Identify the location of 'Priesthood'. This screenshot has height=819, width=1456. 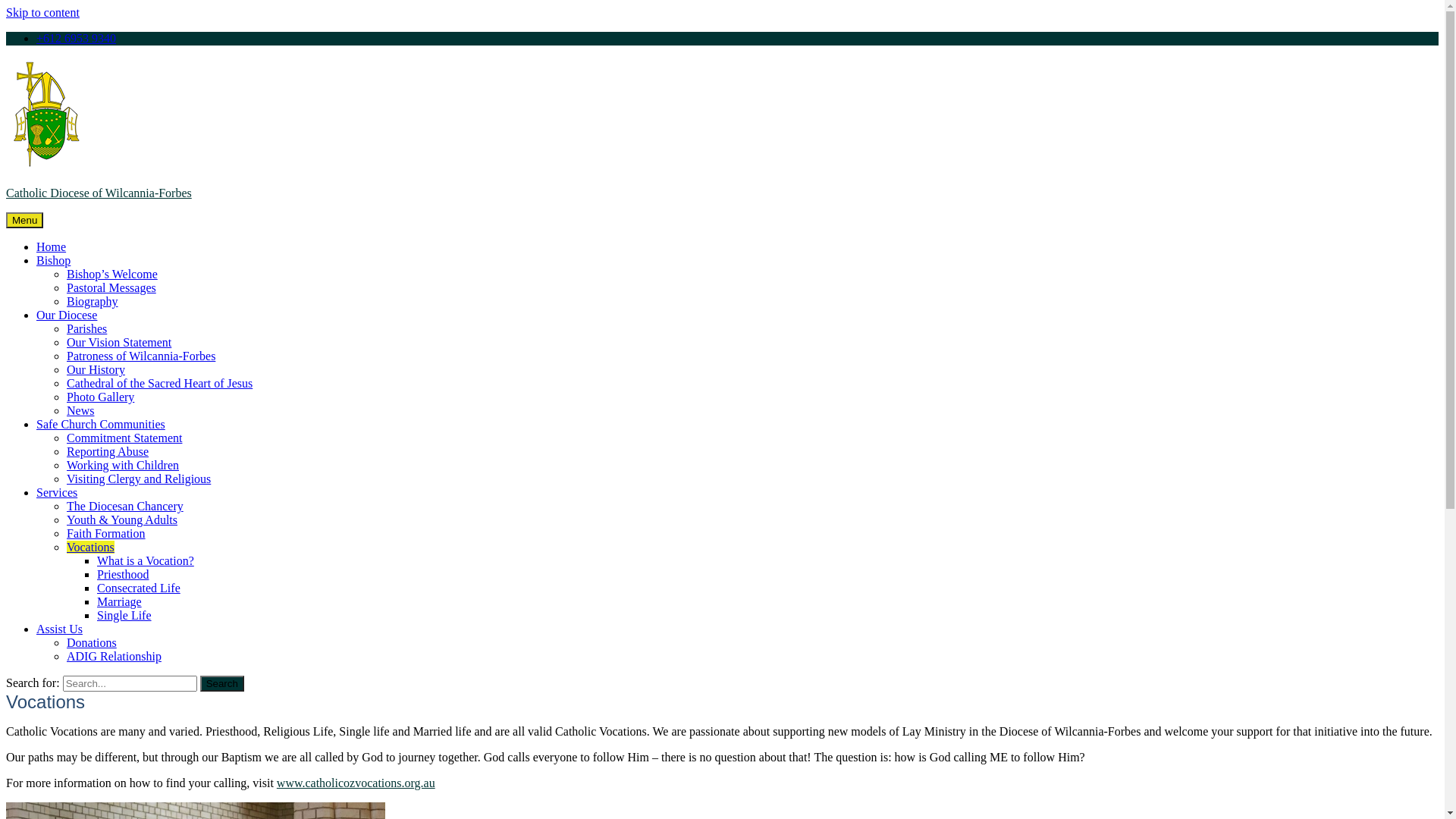
(123, 574).